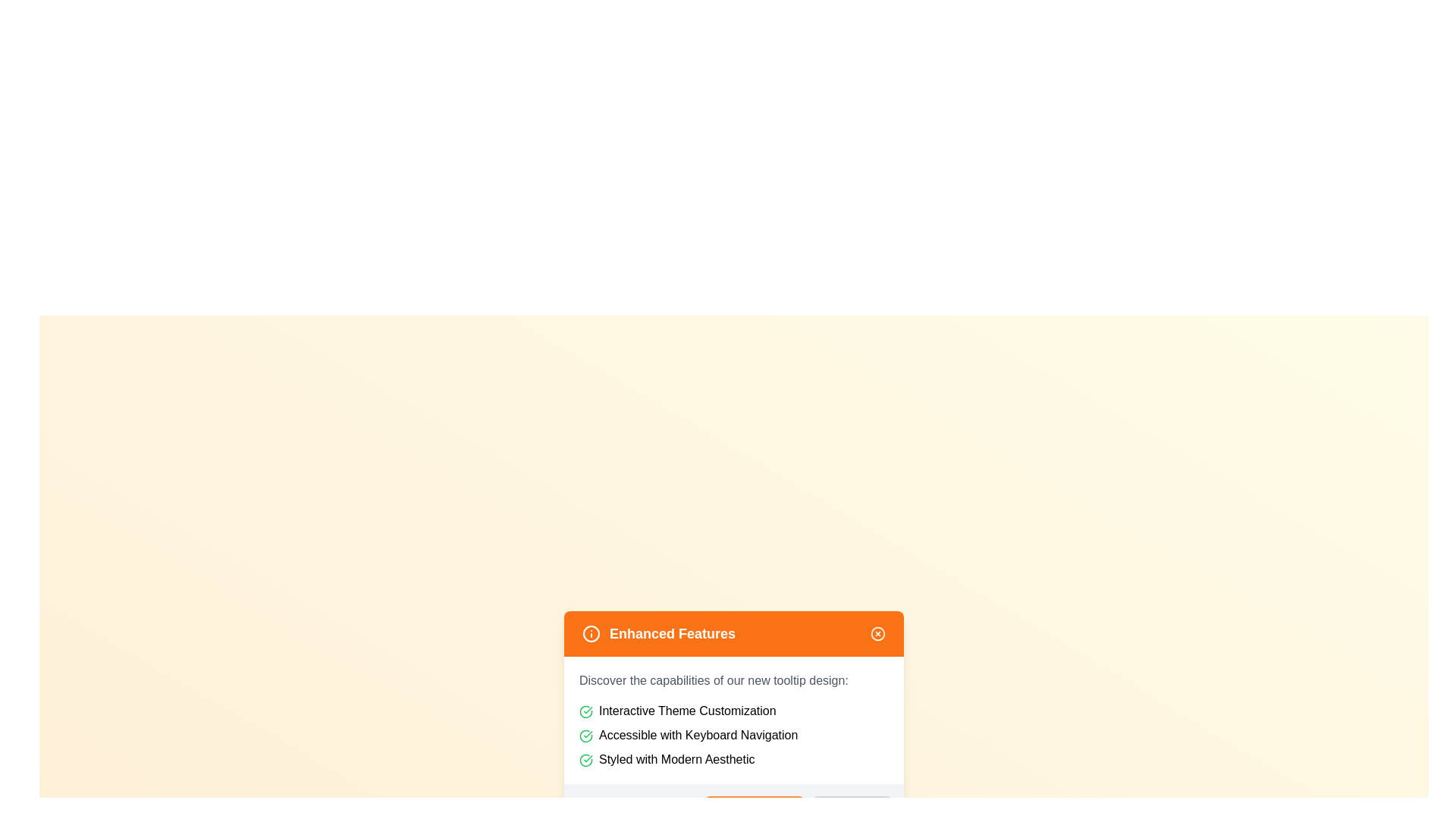 This screenshot has width=1456, height=819. Describe the element at coordinates (585, 735) in the screenshot. I see `the graphical line forming part of the checkmark icon within the SVG component that indicates a completed state` at that location.